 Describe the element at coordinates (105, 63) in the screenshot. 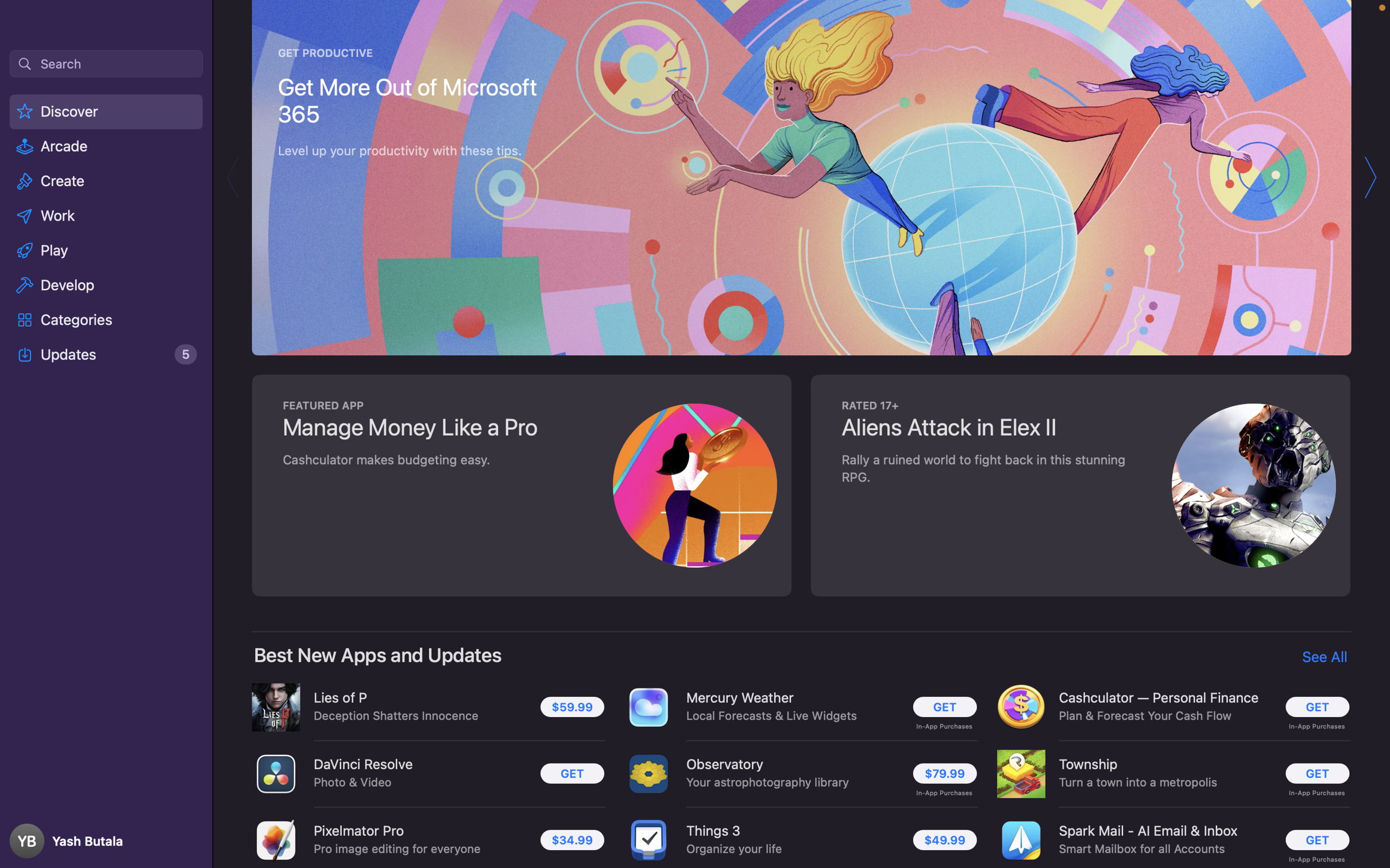

I see `Search for "photo editing" in the search bar` at that location.